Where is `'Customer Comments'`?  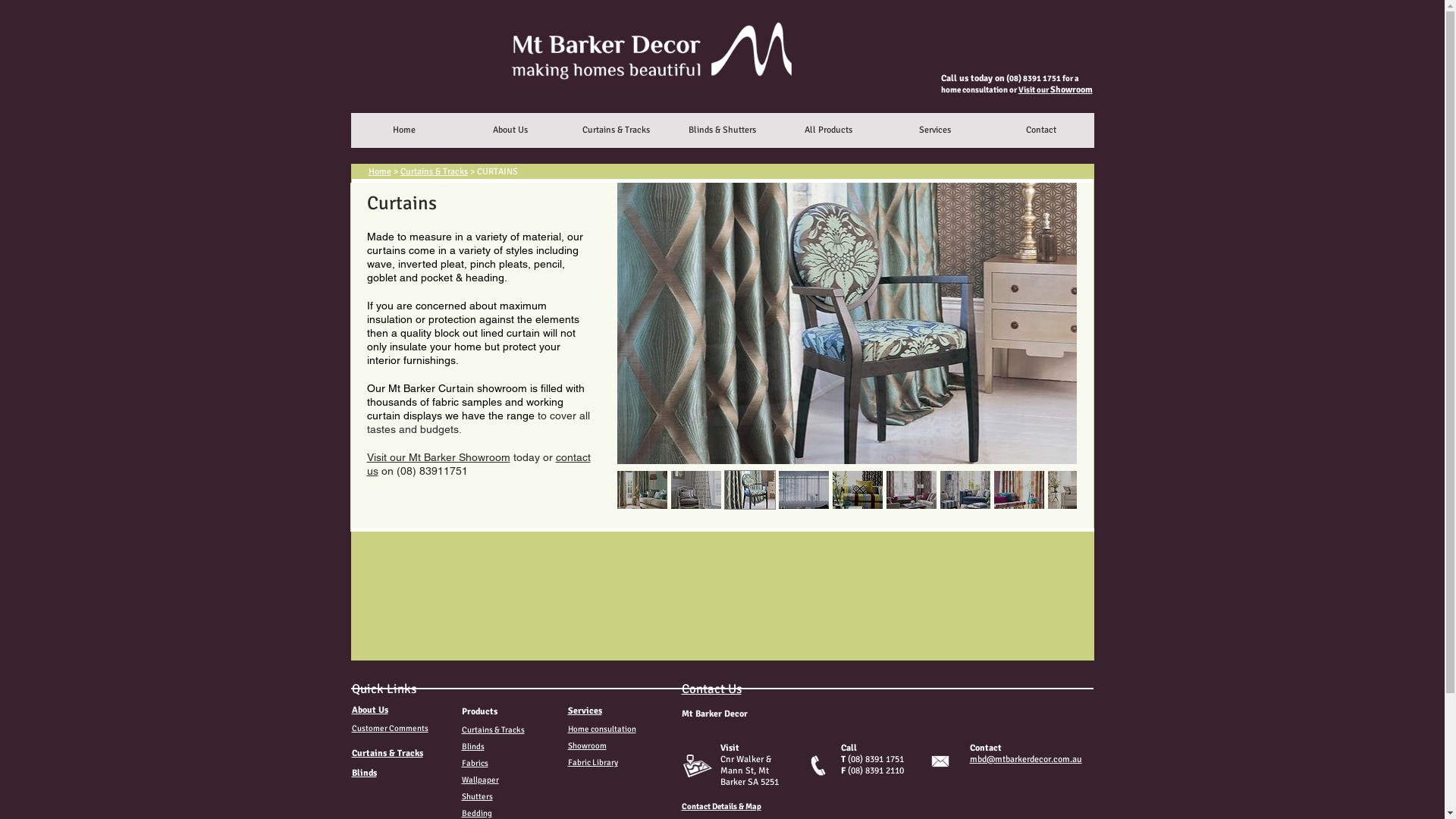 'Customer Comments' is located at coordinates (390, 727).